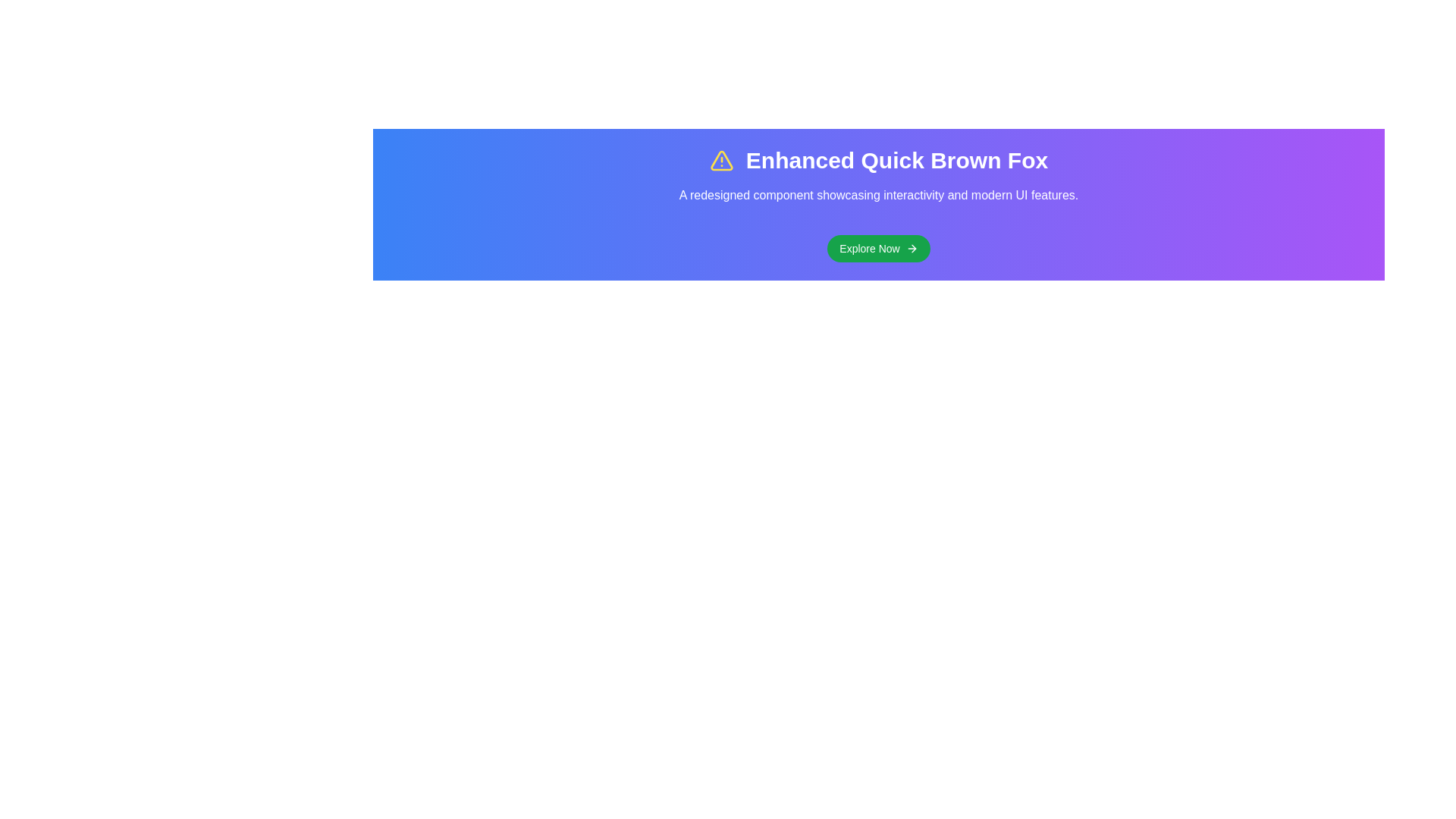 The height and width of the screenshot is (819, 1456). I want to click on the 'Explore Now' button with a green background and rounded corners, located centrally below the main descriptive text, so click(878, 247).